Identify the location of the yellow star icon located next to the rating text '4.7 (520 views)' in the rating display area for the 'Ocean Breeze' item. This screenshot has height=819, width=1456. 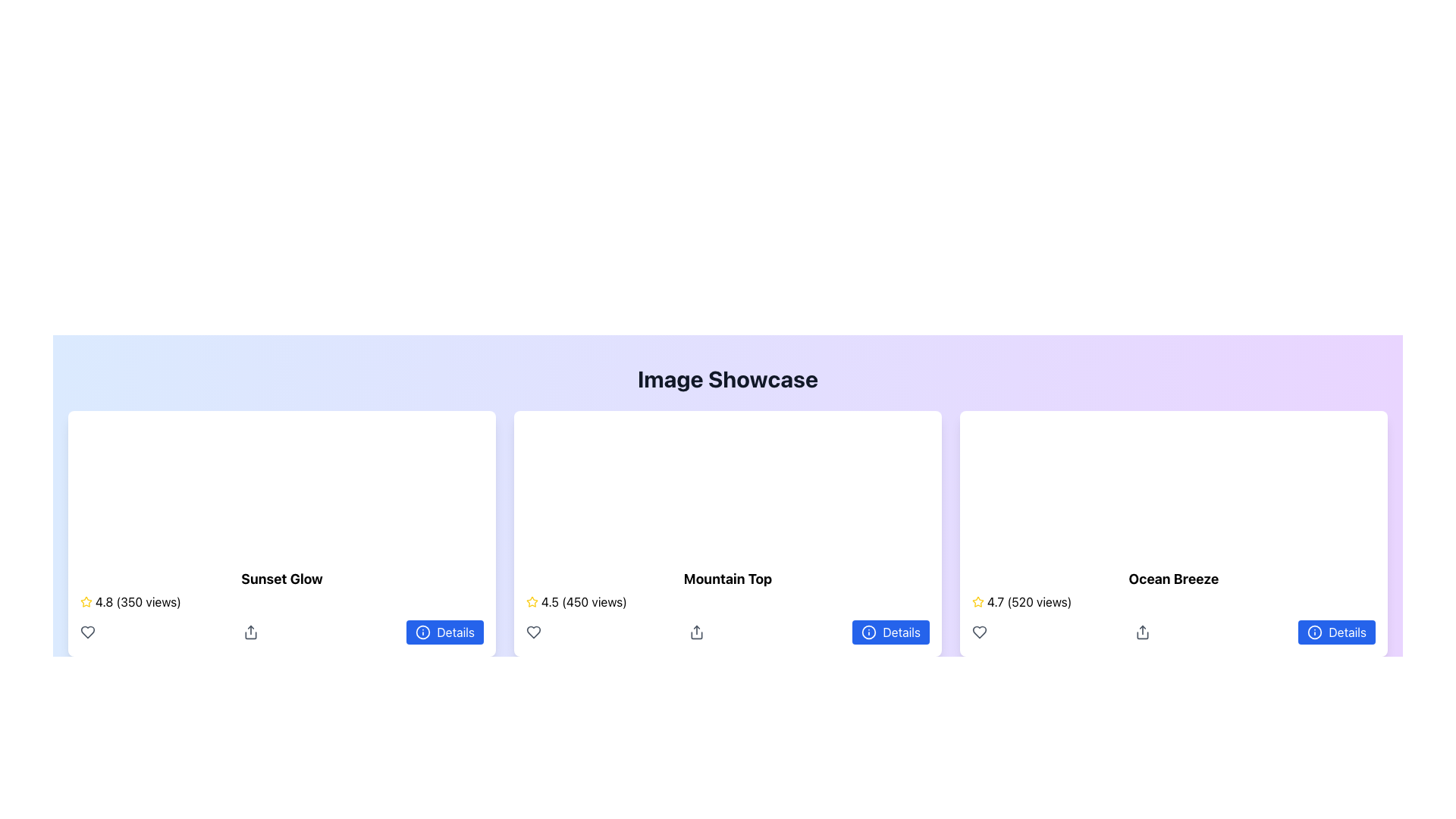
(978, 601).